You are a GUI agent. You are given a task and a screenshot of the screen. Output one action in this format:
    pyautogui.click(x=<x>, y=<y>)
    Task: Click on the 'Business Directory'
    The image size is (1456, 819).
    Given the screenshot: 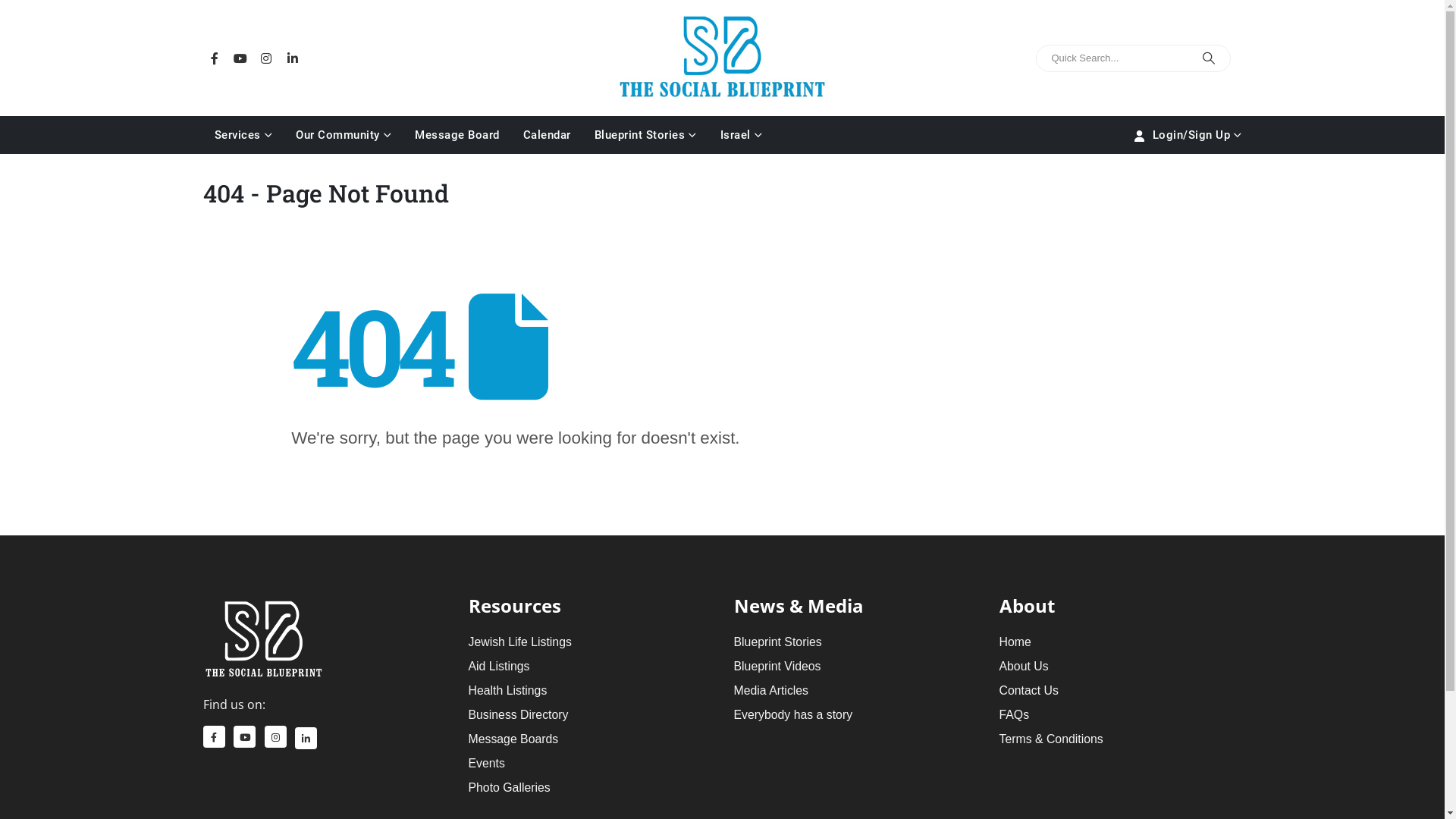 What is the action you would take?
    pyautogui.click(x=468, y=714)
    